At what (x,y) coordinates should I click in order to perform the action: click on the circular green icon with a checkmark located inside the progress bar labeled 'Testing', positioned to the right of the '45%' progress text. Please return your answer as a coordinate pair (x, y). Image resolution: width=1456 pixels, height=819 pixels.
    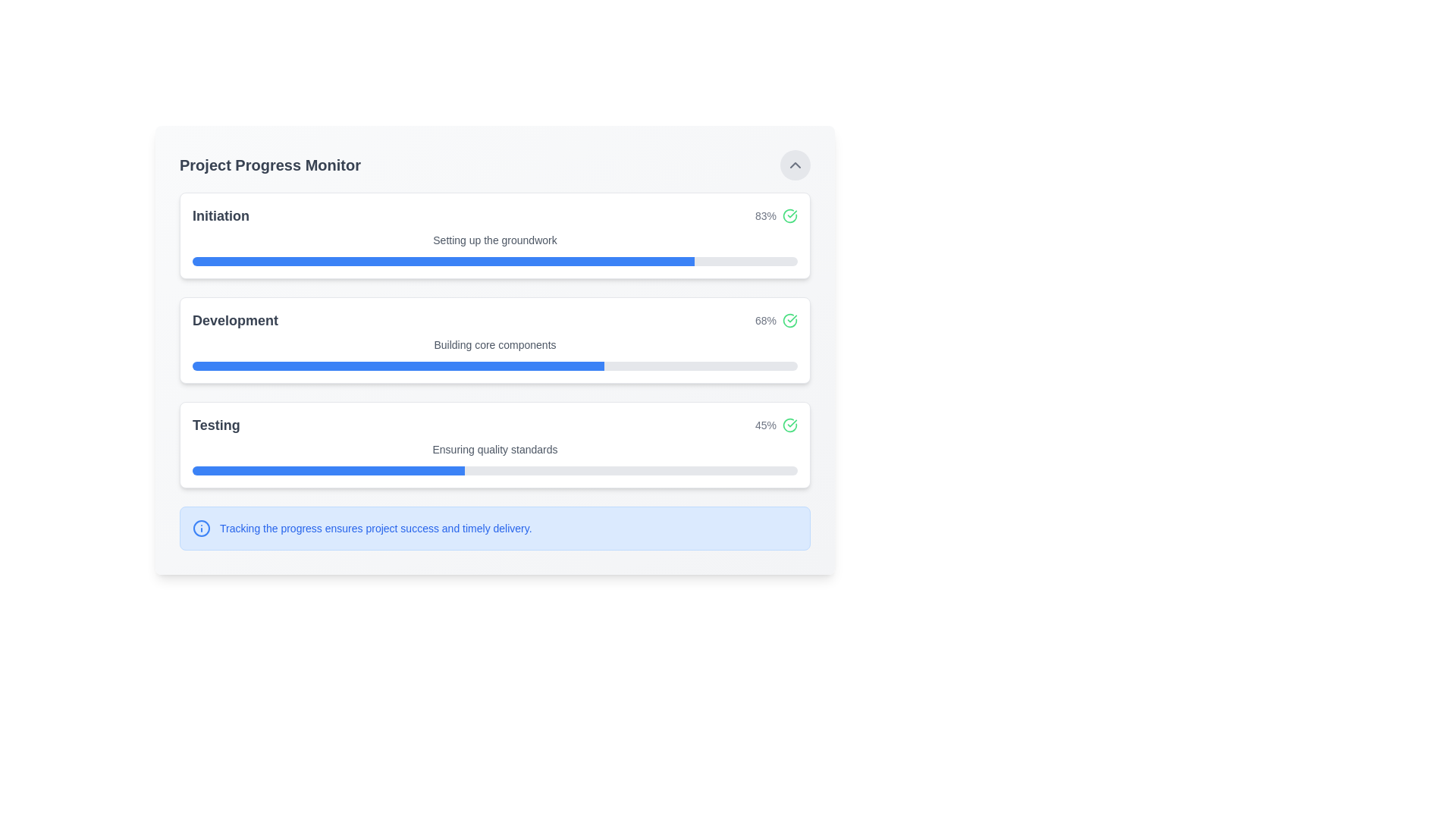
    Looking at the image, I should click on (789, 425).